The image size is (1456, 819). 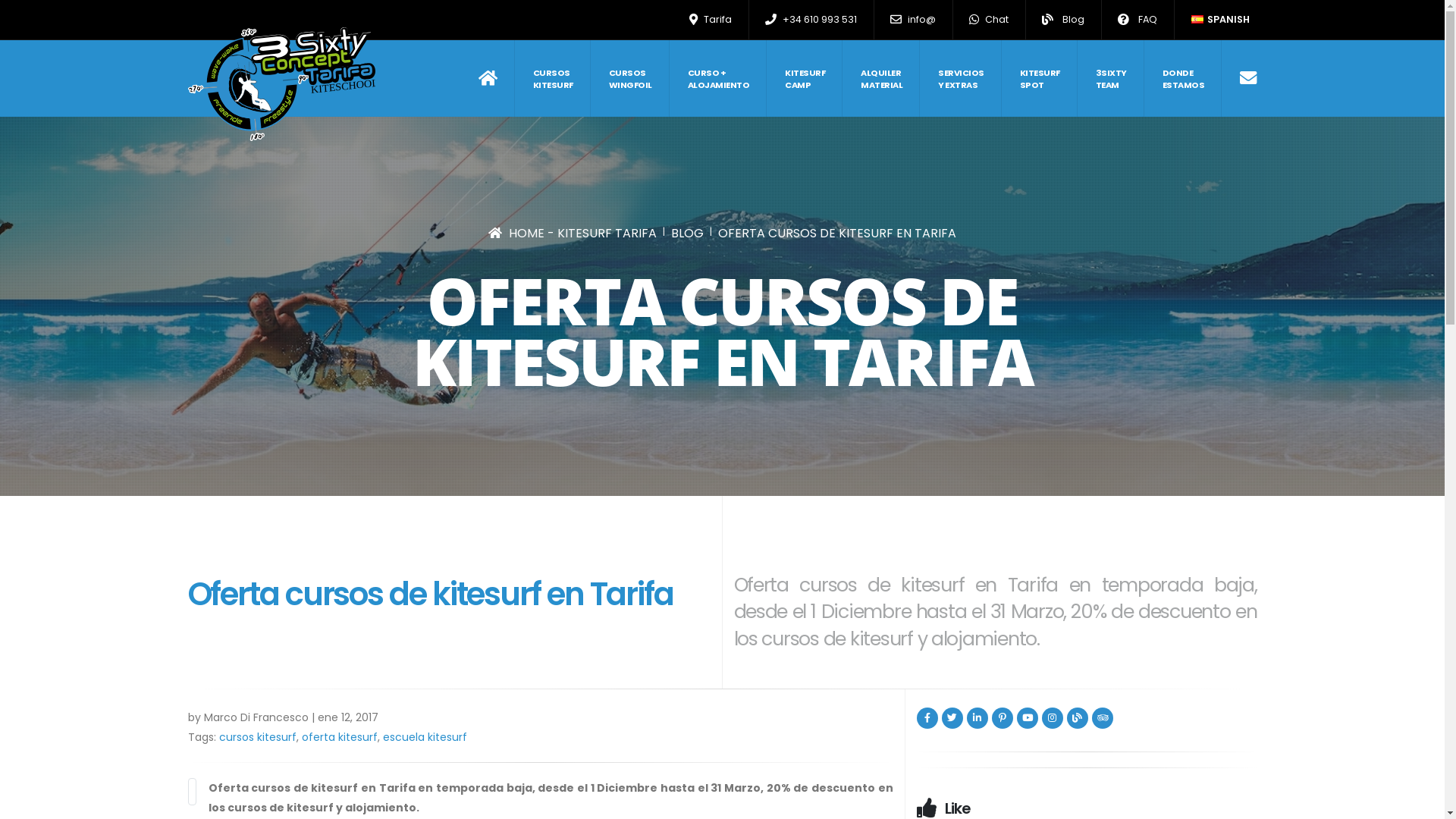 I want to click on 'Youtube', so click(x=1026, y=717).